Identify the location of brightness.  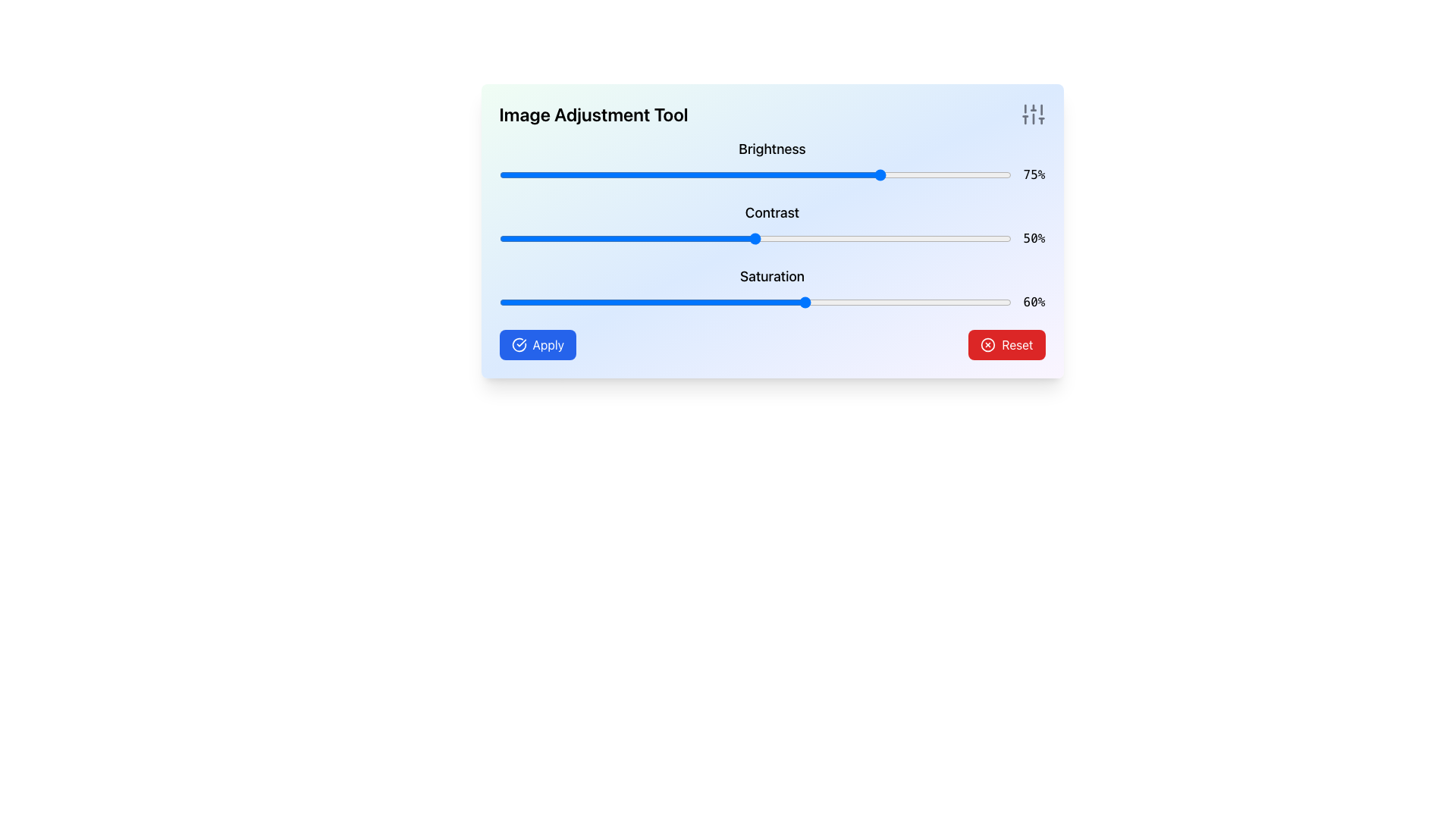
(611, 174).